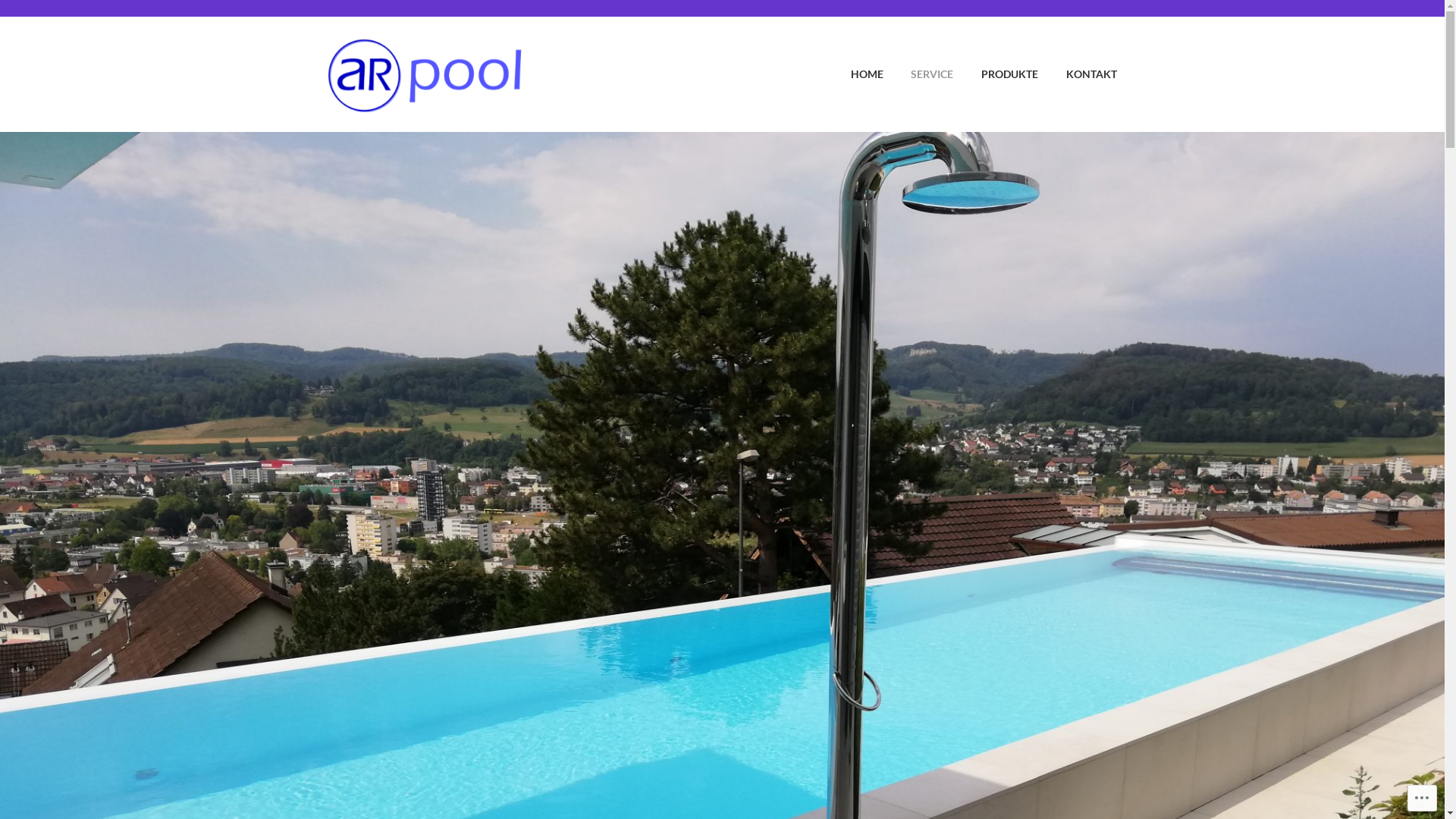 The height and width of the screenshot is (819, 1456). What do you see at coordinates (919, 74) in the screenshot?
I see `'SERVICE'` at bounding box center [919, 74].